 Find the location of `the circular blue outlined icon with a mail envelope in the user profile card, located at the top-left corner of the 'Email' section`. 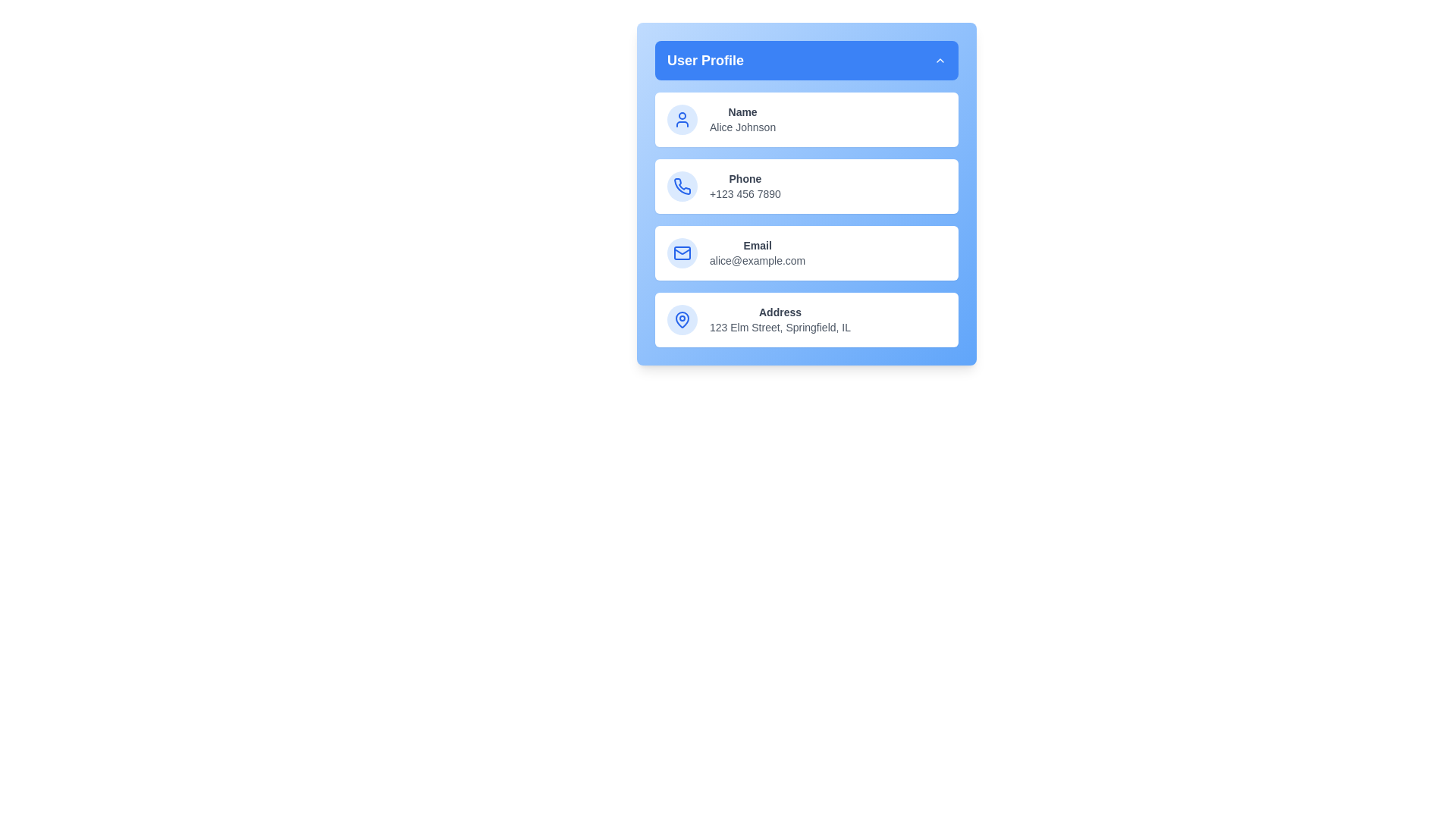

the circular blue outlined icon with a mail envelope in the user profile card, located at the top-left corner of the 'Email' section is located at coordinates (682, 253).